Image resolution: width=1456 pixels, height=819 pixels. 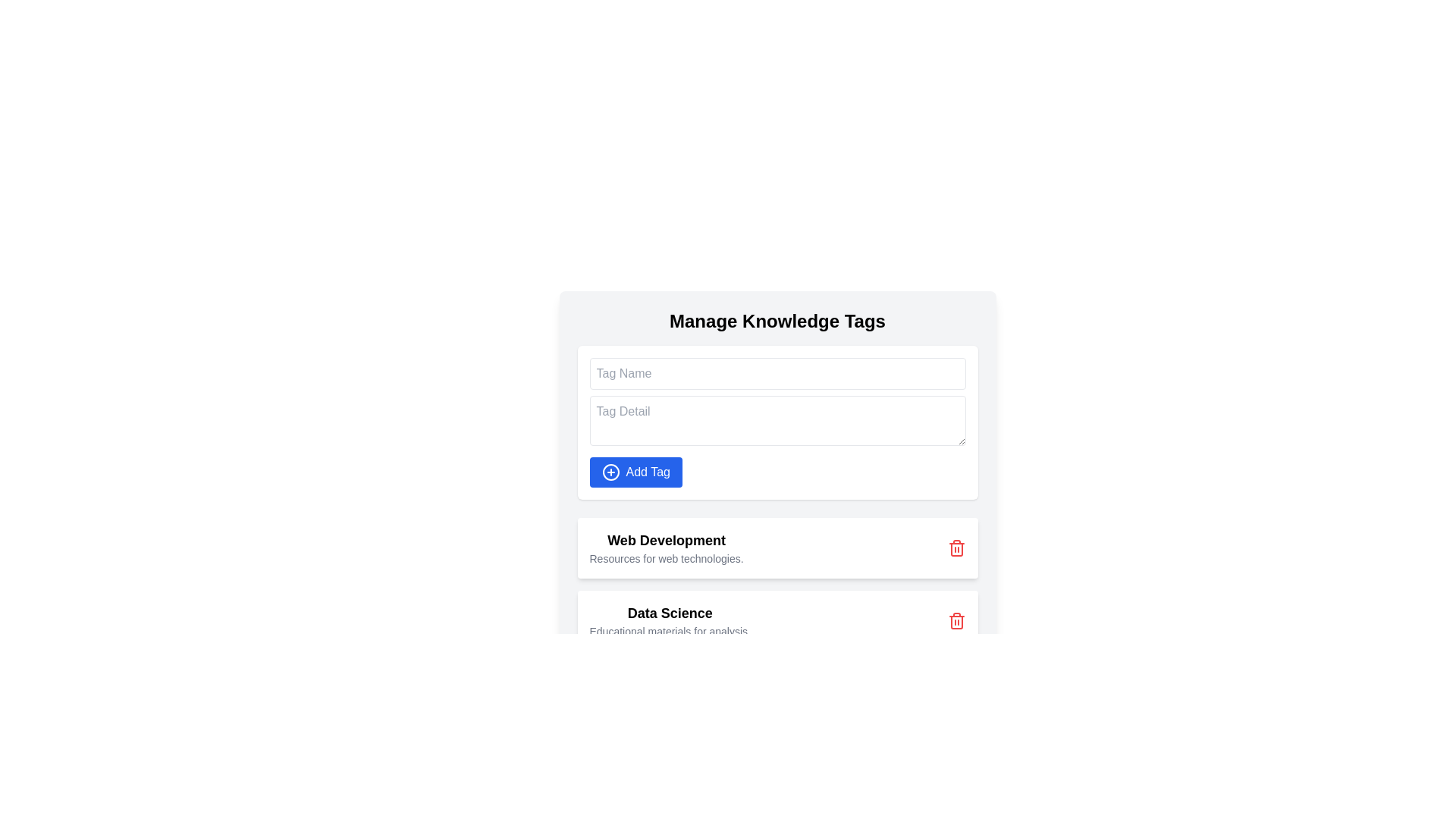 What do you see at coordinates (610, 472) in the screenshot?
I see `the outer circle of the icon located to the left of the text 'Add Tag' and above the tag list` at bounding box center [610, 472].